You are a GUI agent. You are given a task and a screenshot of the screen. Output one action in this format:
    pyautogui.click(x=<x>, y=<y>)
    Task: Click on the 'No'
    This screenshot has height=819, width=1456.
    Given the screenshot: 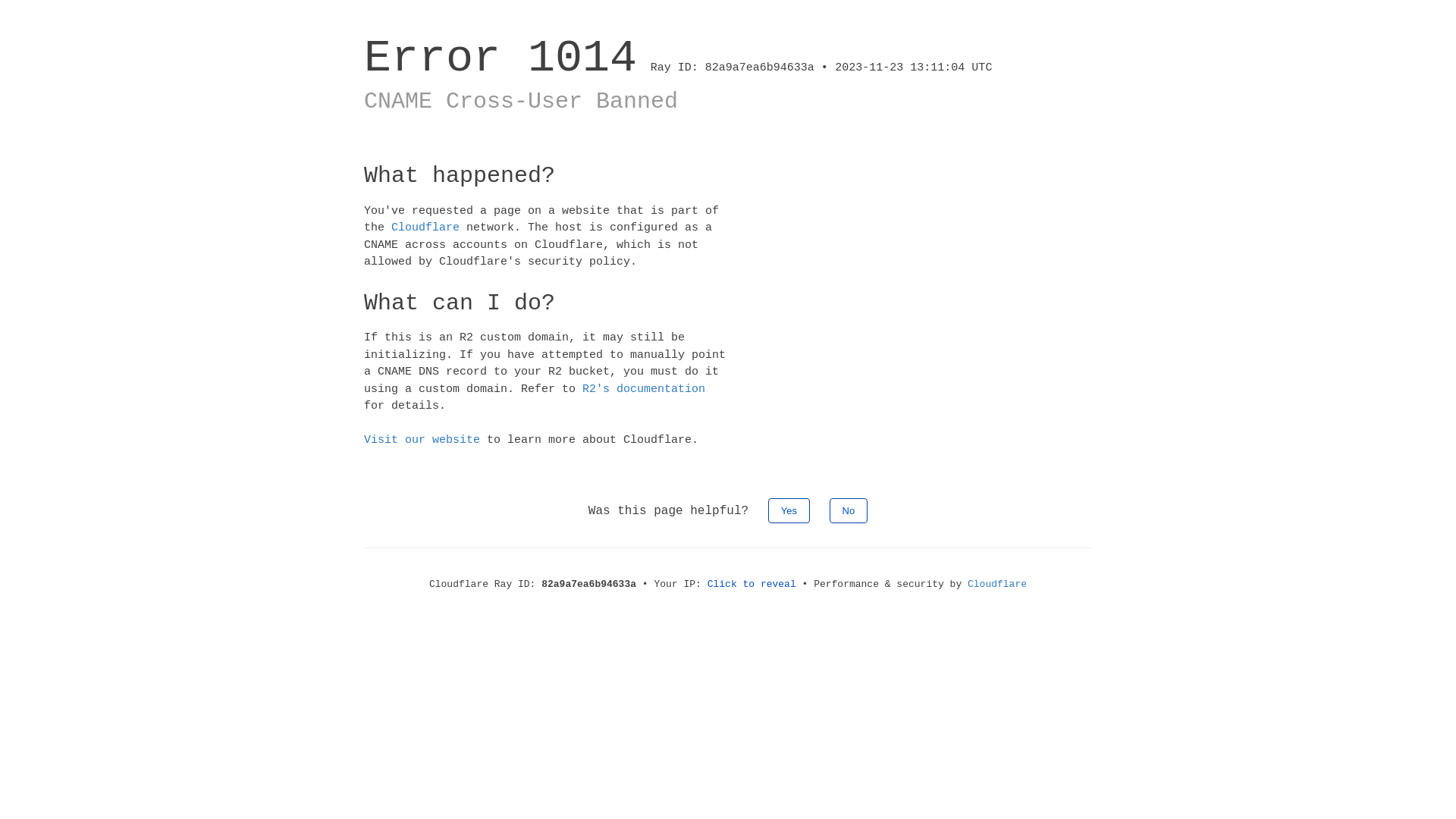 What is the action you would take?
    pyautogui.click(x=848, y=510)
    